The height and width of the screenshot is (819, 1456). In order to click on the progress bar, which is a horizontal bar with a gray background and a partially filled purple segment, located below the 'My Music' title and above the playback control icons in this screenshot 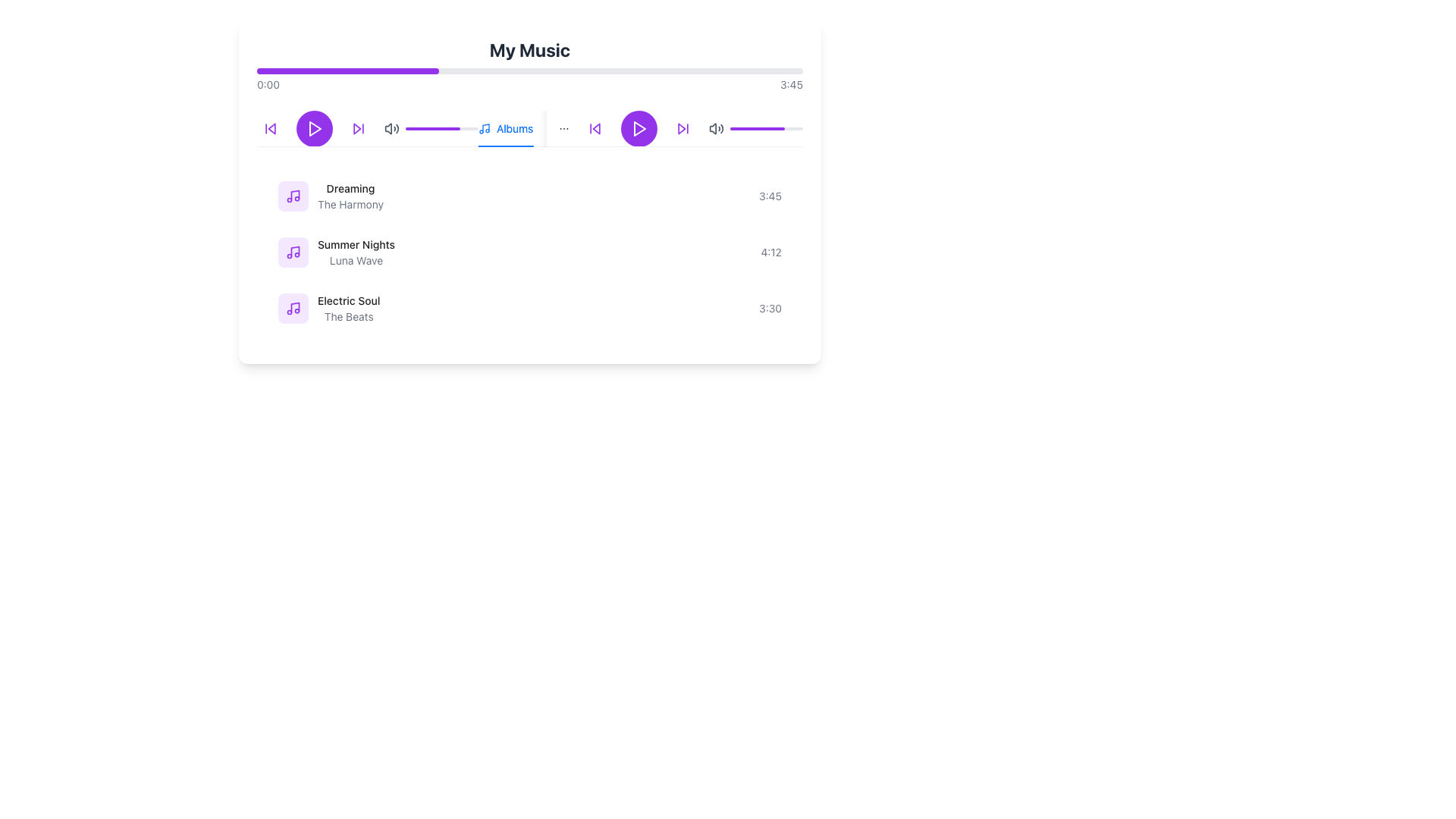, I will do `click(530, 71)`.